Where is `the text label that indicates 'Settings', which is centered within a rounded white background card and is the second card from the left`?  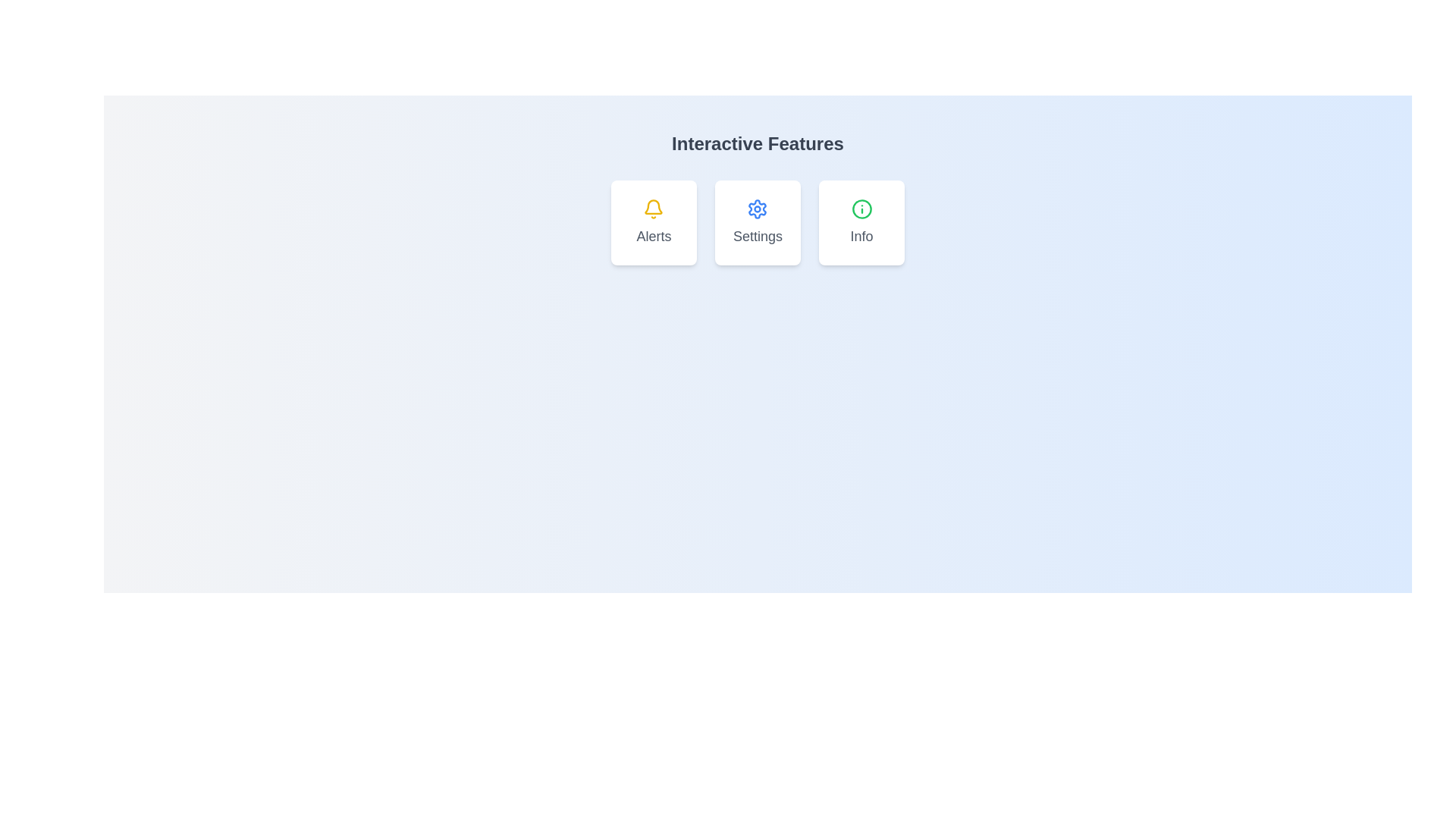
the text label that indicates 'Settings', which is centered within a rounded white background card and is the second card from the left is located at coordinates (758, 237).